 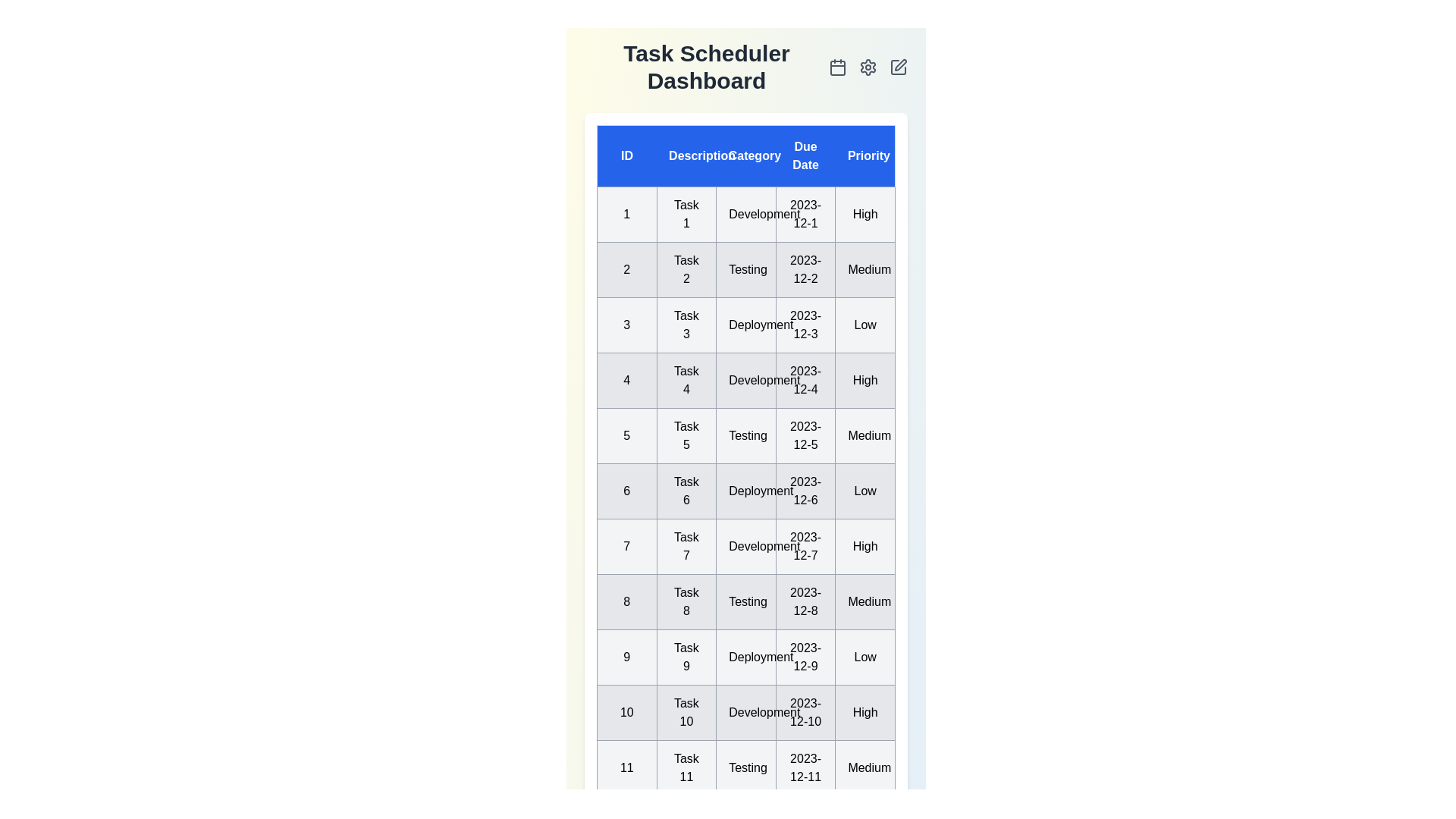 I want to click on the column header 'Description' to sort the tasks by that column, so click(x=686, y=155).